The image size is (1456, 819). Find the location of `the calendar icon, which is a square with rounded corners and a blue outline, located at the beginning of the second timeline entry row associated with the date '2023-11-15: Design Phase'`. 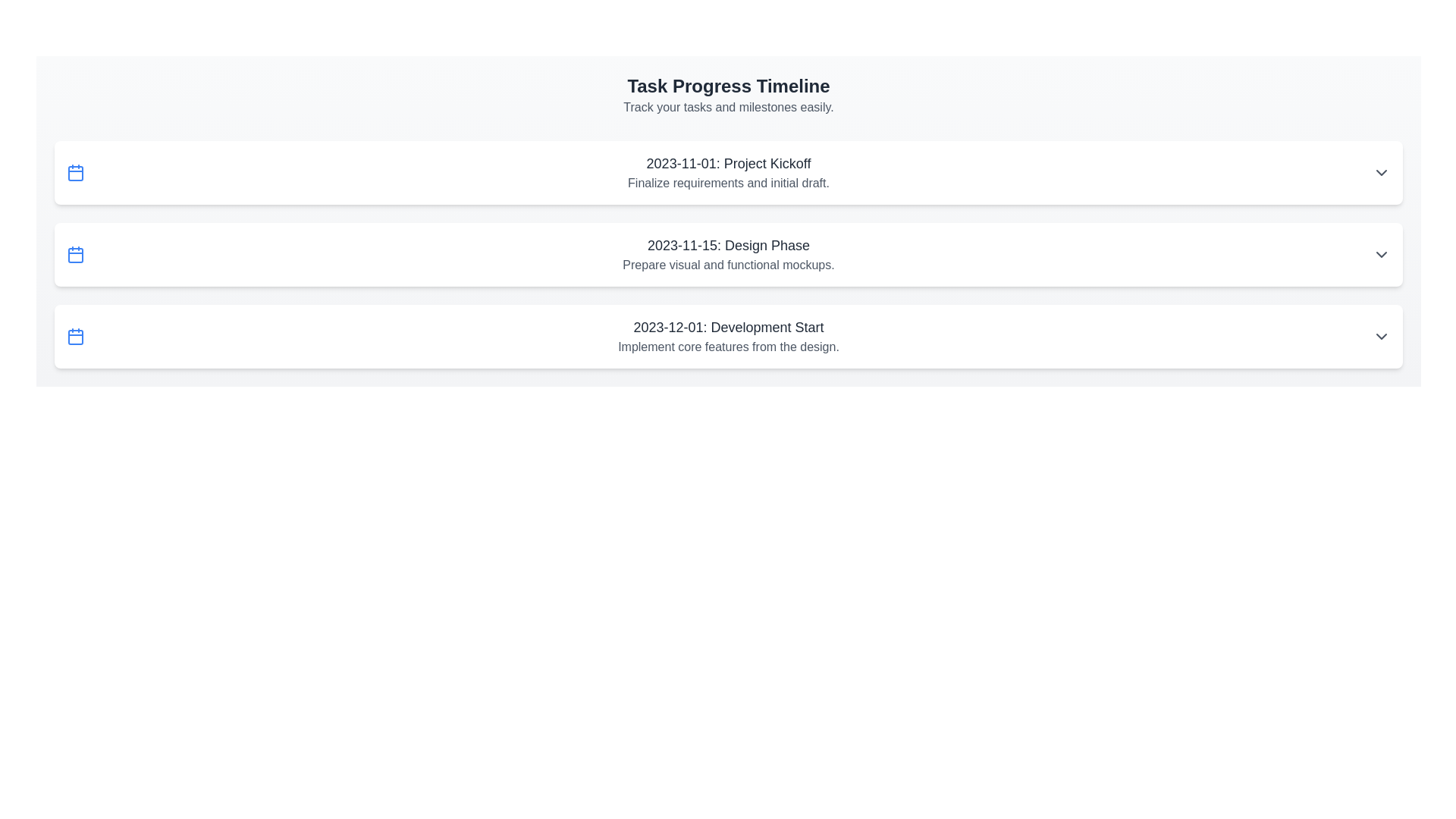

the calendar icon, which is a square with rounded corners and a blue outline, located at the beginning of the second timeline entry row associated with the date '2023-11-15: Design Phase' is located at coordinates (75, 253).